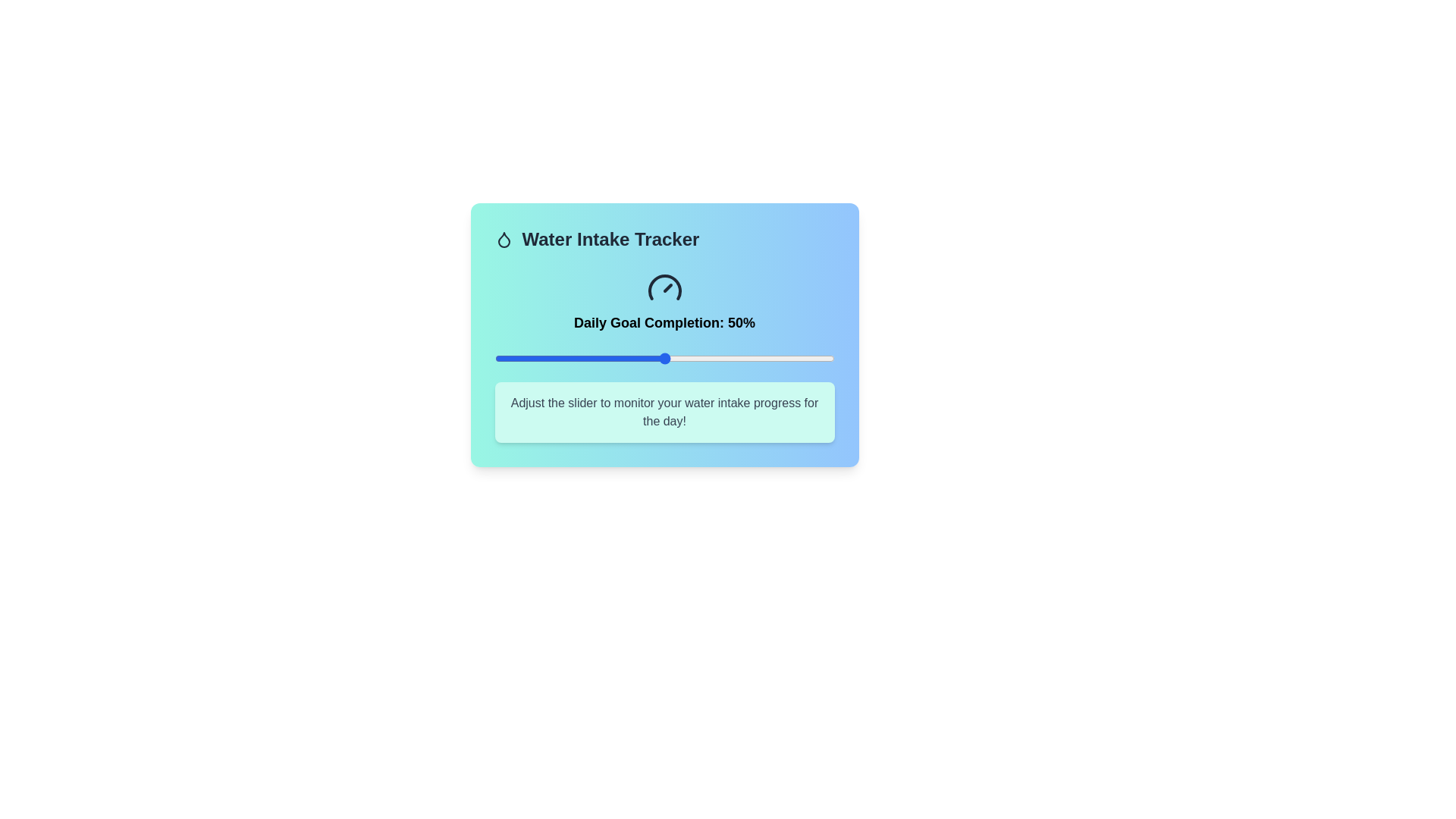  What do you see at coordinates (704, 359) in the screenshot?
I see `the slider to set the water intake percentage to 62%` at bounding box center [704, 359].